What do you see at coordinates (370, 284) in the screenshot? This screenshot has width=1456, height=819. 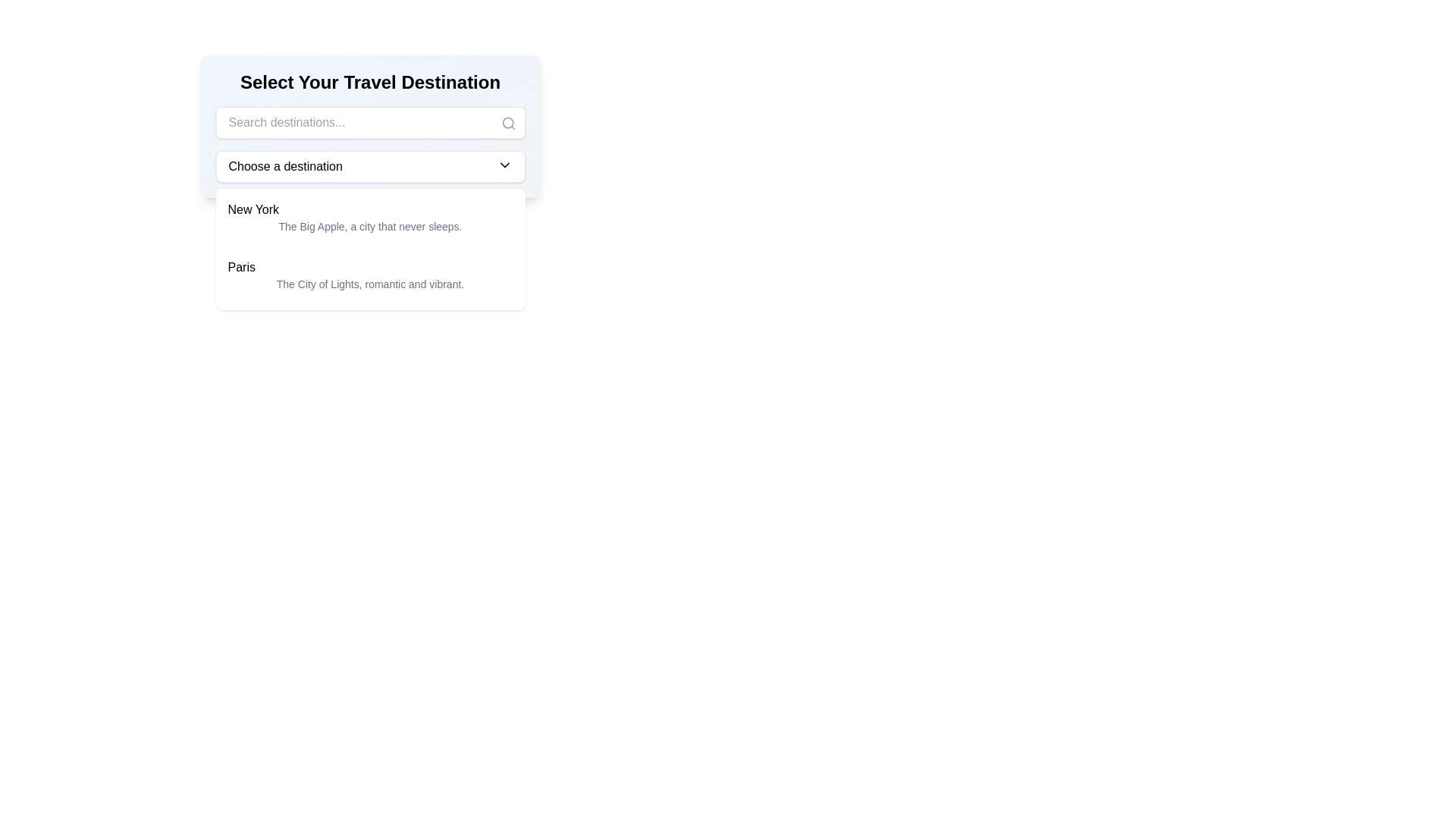 I see `the descriptive text element for the 'Paris' entry in the dropdown menu, which is located directly below the 'Paris' heading` at bounding box center [370, 284].